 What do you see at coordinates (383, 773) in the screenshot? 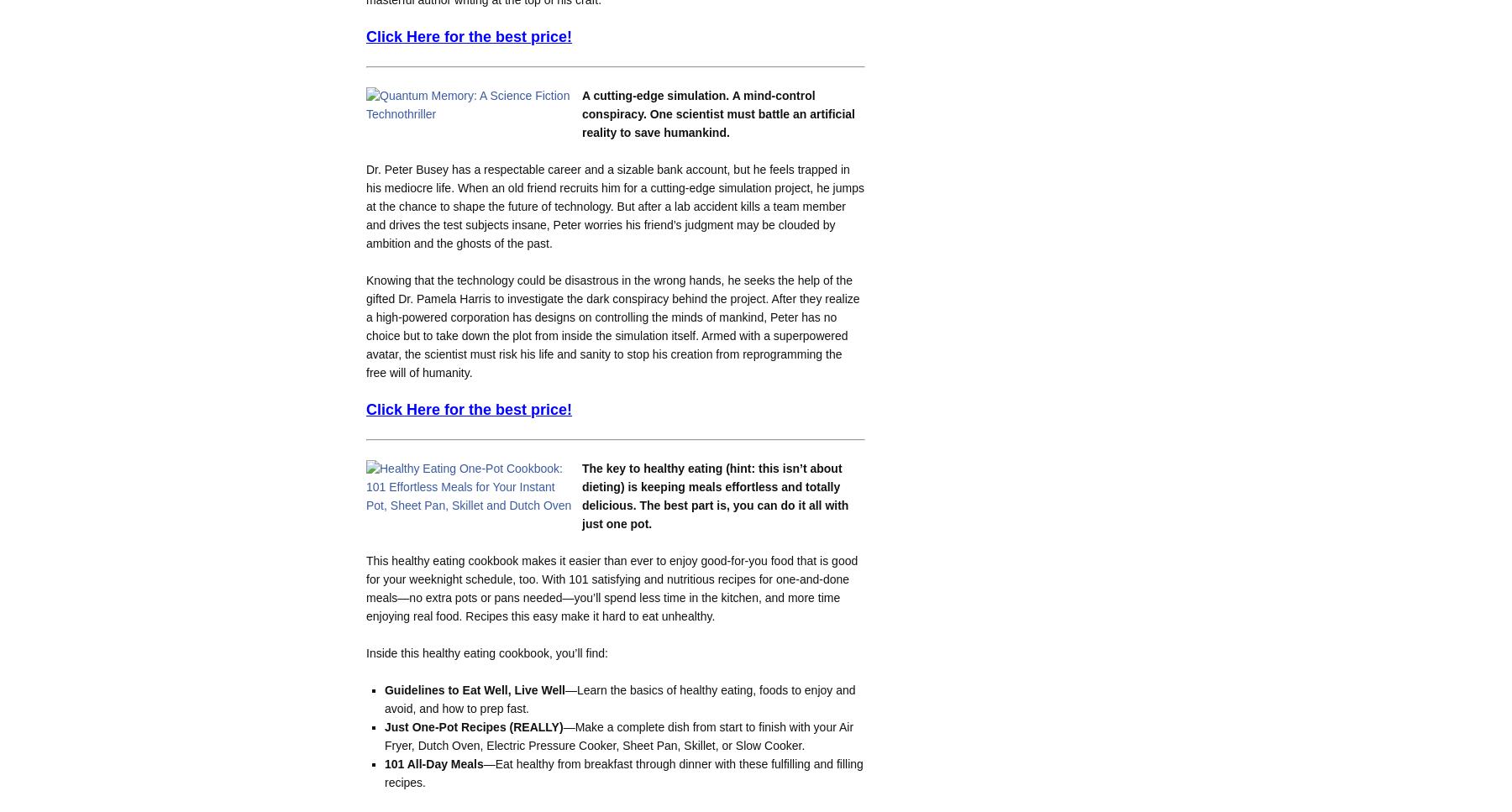
I see `'—Eat healthy from breakfast through dinner with these fulfilling and filling recipes.'` at bounding box center [383, 773].